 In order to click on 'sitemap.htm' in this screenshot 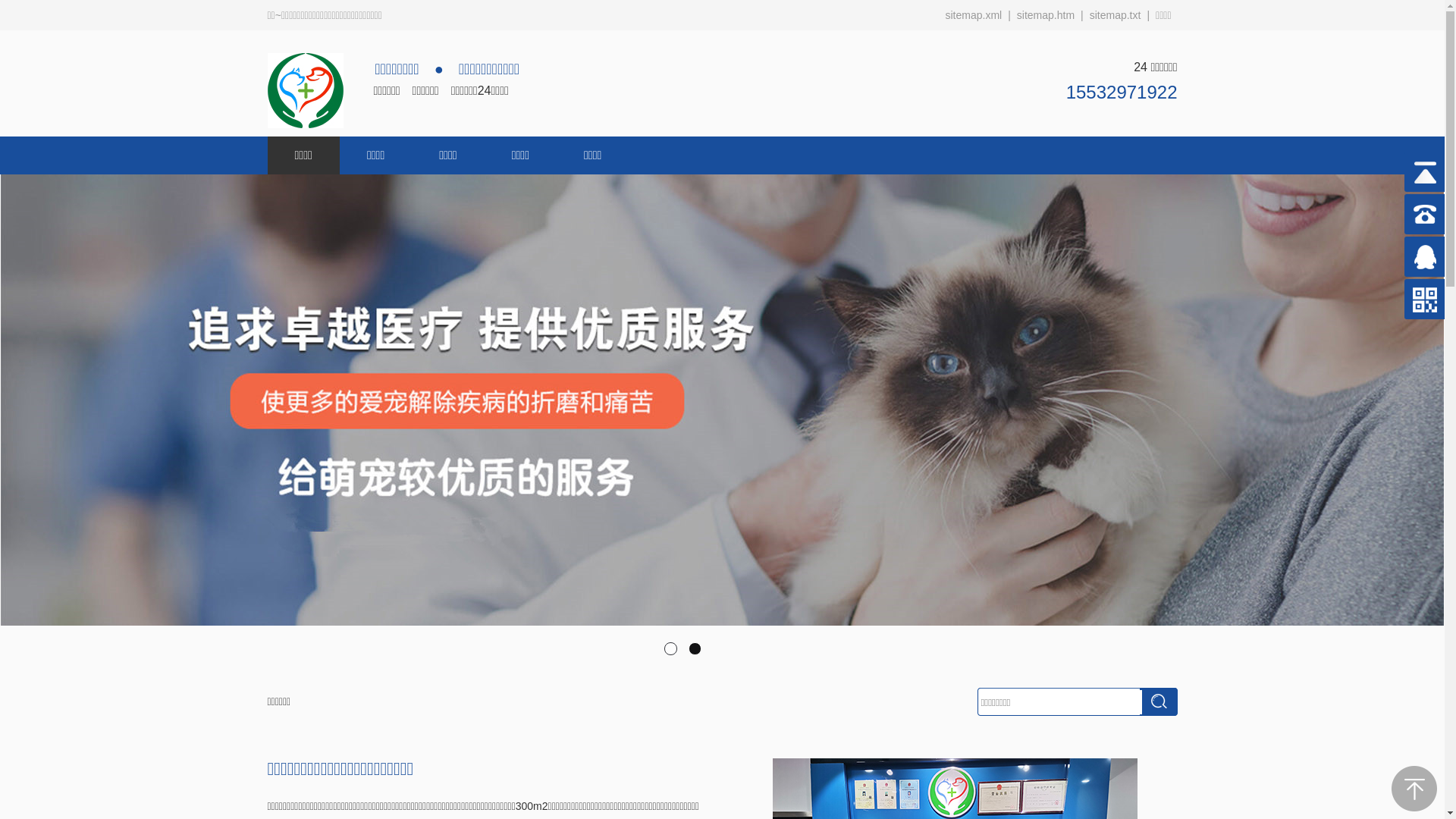, I will do `click(1011, 14)`.